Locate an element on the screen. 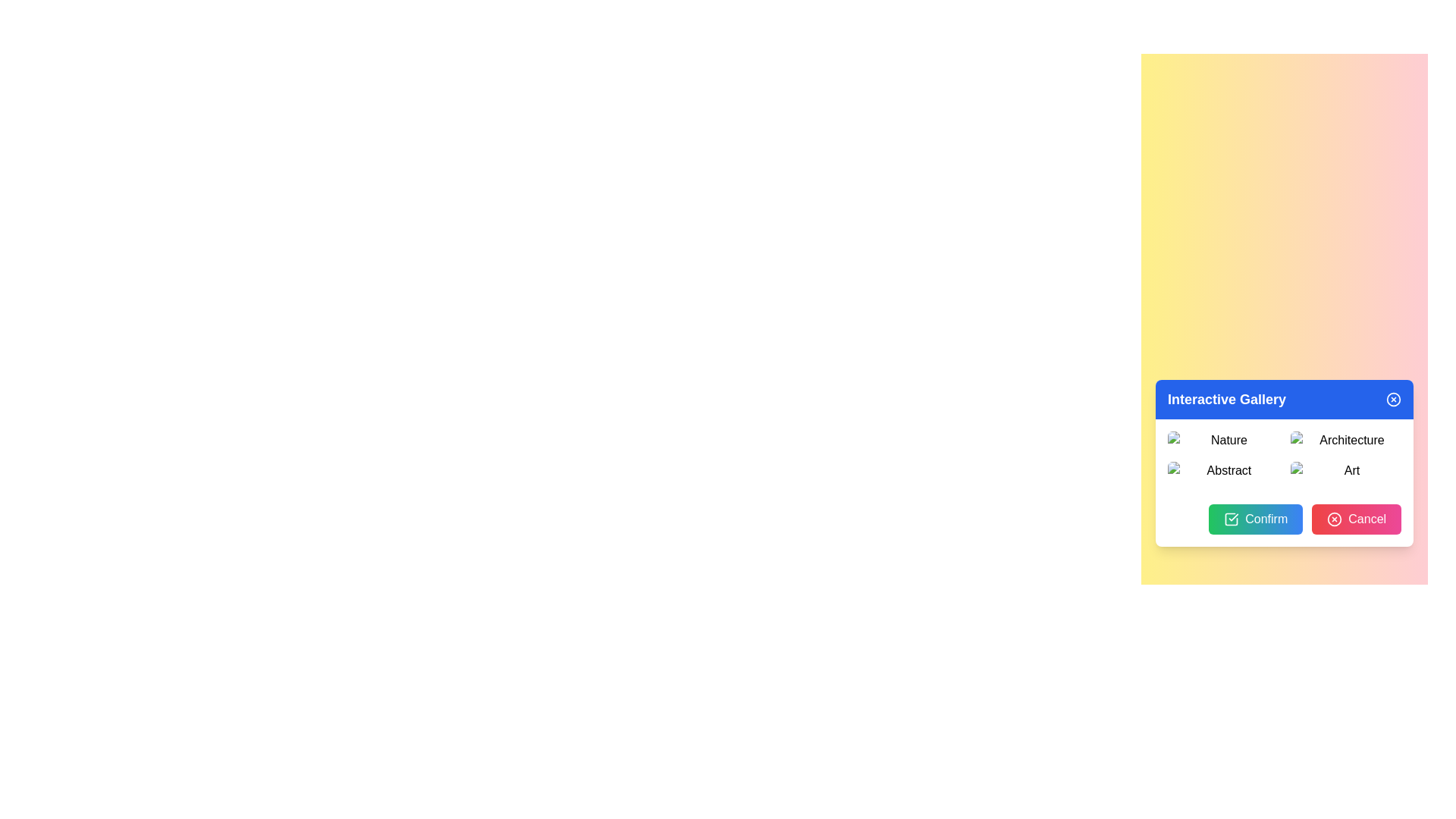 Image resolution: width=1456 pixels, height=819 pixels. the 'Abstract' option in the Interactive Gallery modal dialog, which is displayed in a two-by-two grid layout with image placeholders is located at coordinates (1284, 462).